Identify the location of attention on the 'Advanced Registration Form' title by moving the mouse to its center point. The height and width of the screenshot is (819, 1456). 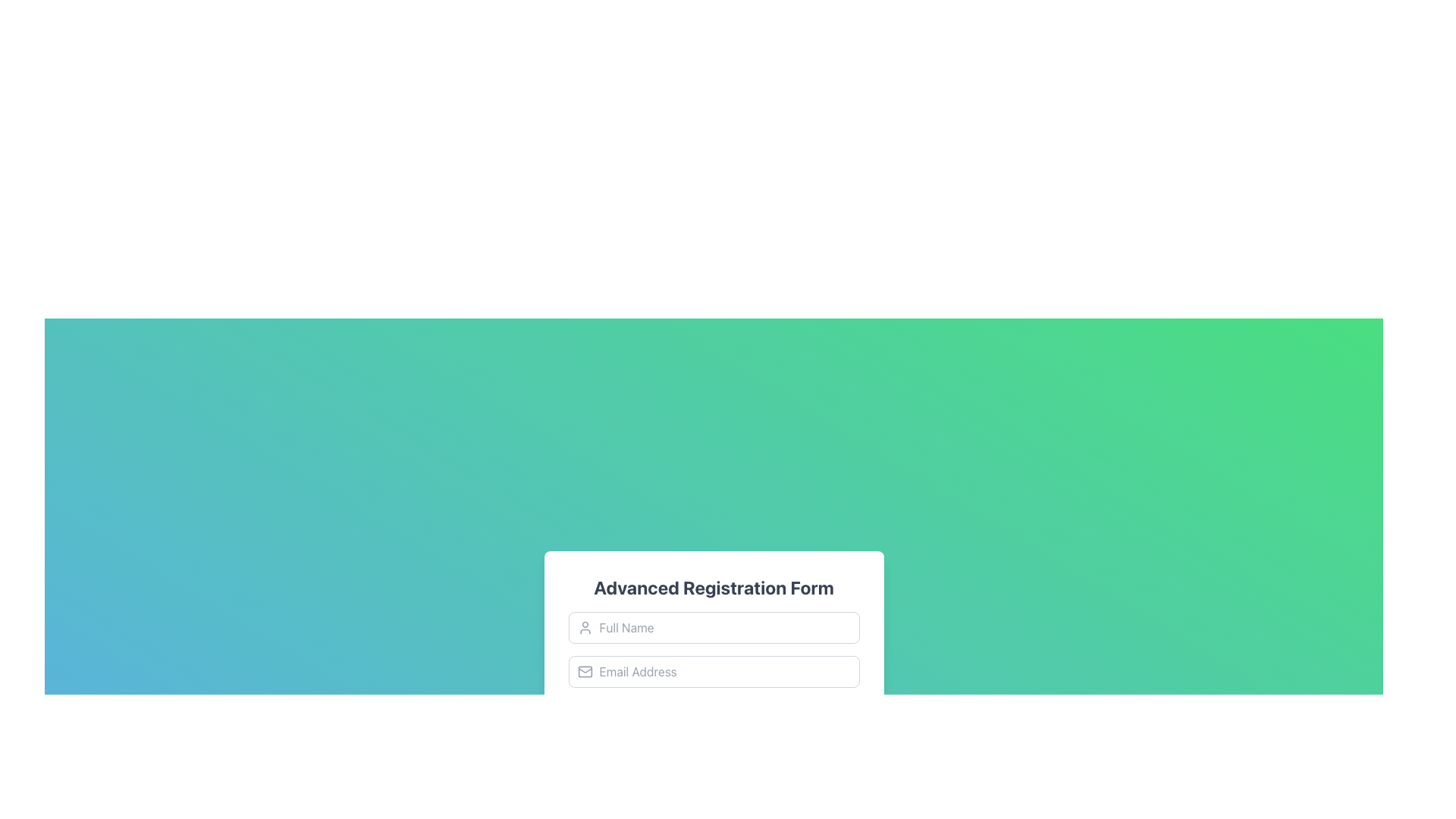
(713, 587).